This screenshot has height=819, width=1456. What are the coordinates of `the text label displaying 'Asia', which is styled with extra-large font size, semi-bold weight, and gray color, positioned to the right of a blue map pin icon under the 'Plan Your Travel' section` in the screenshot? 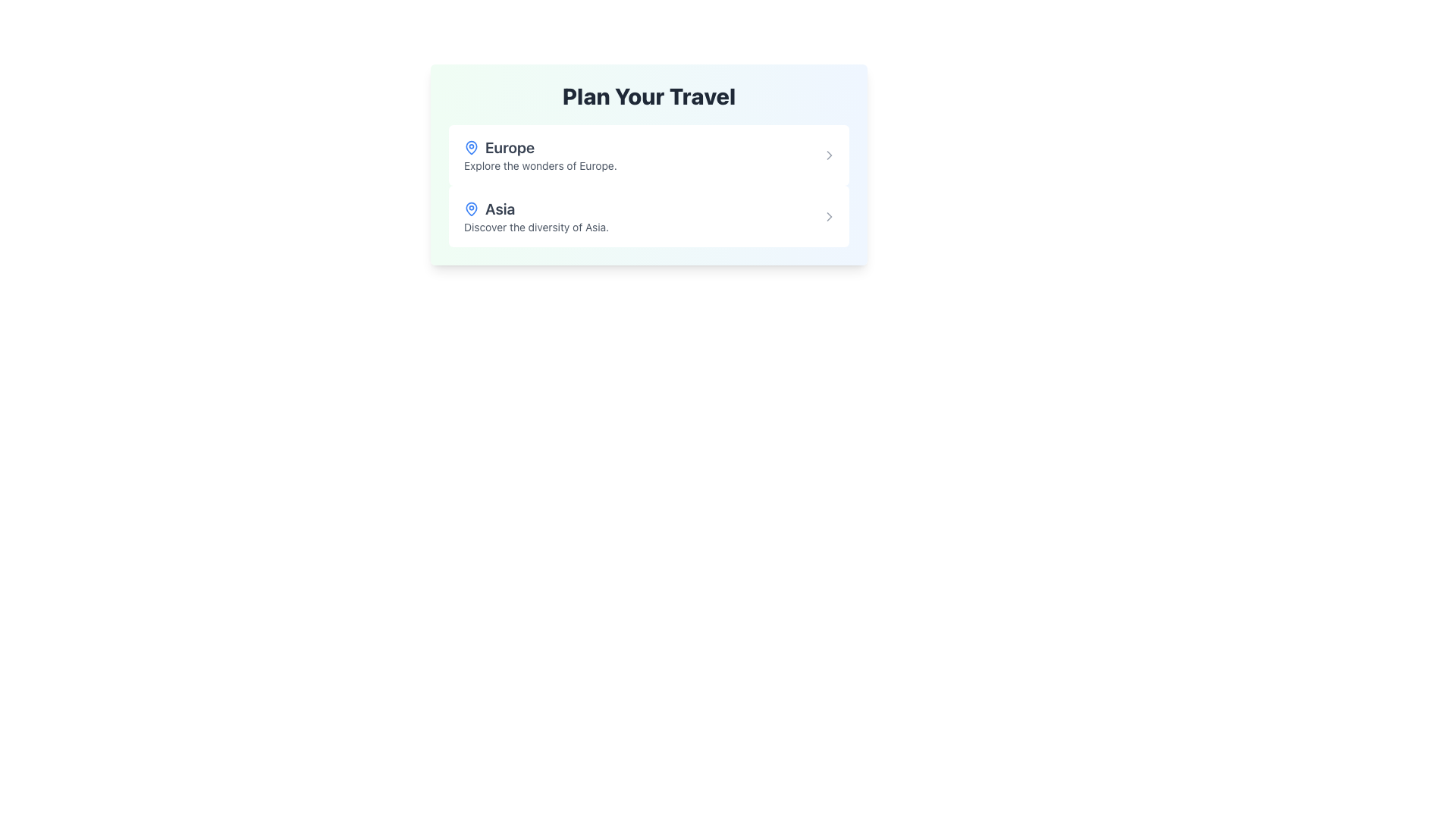 It's located at (500, 209).